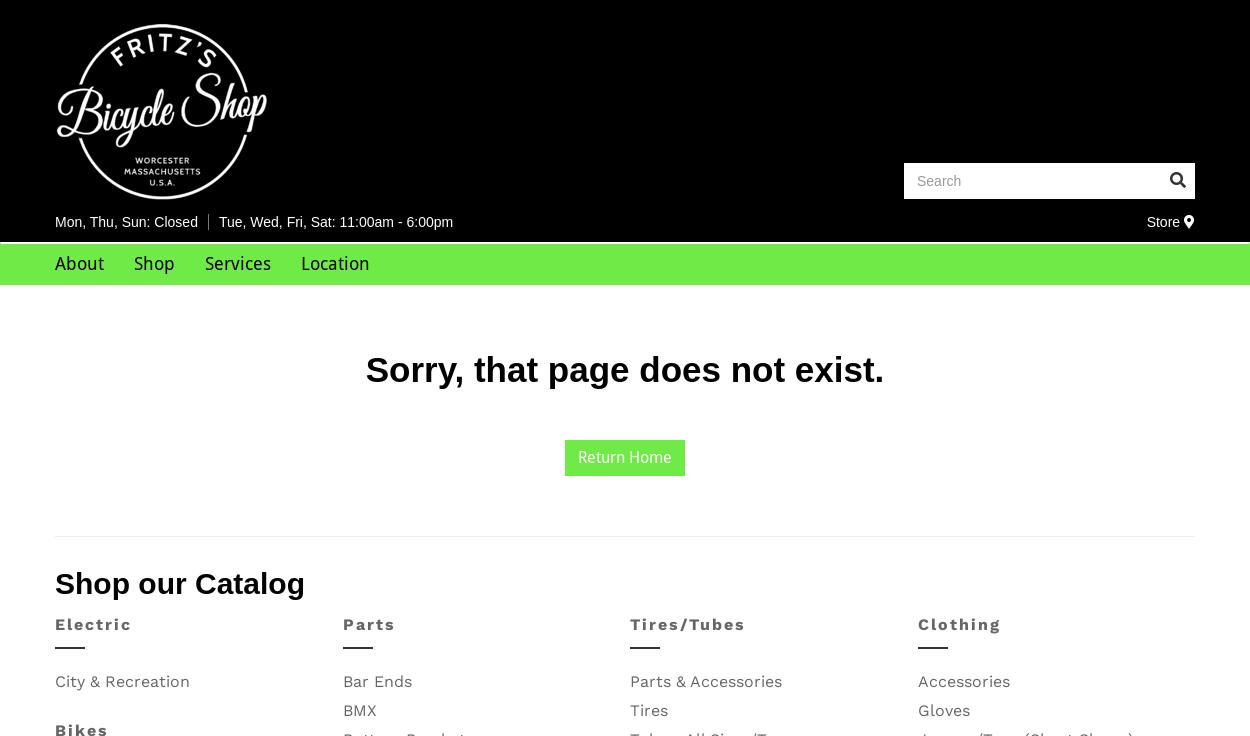 Image resolution: width=1250 pixels, height=736 pixels. What do you see at coordinates (96, 302) in the screenshot?
I see `'About Us'` at bounding box center [96, 302].